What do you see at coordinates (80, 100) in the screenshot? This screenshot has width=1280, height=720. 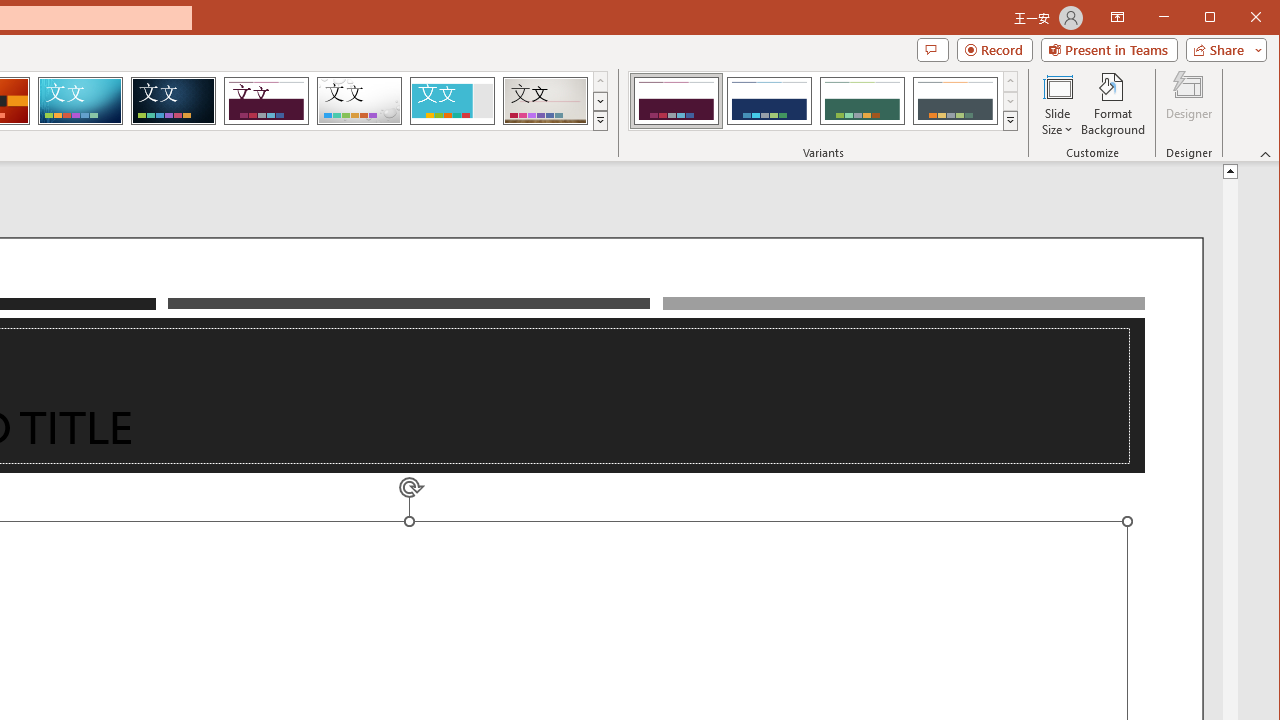 I see `'Circuit'` at bounding box center [80, 100].